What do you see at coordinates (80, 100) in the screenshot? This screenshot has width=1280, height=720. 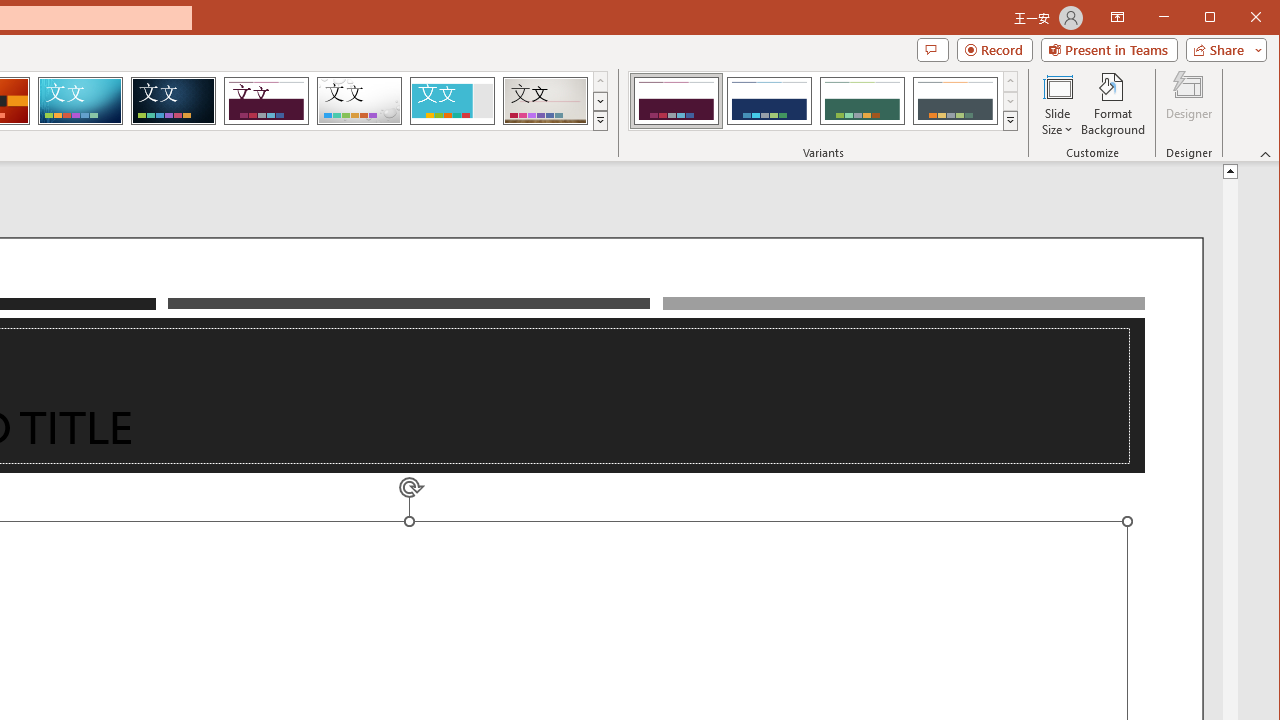 I see `'Circuit'` at bounding box center [80, 100].